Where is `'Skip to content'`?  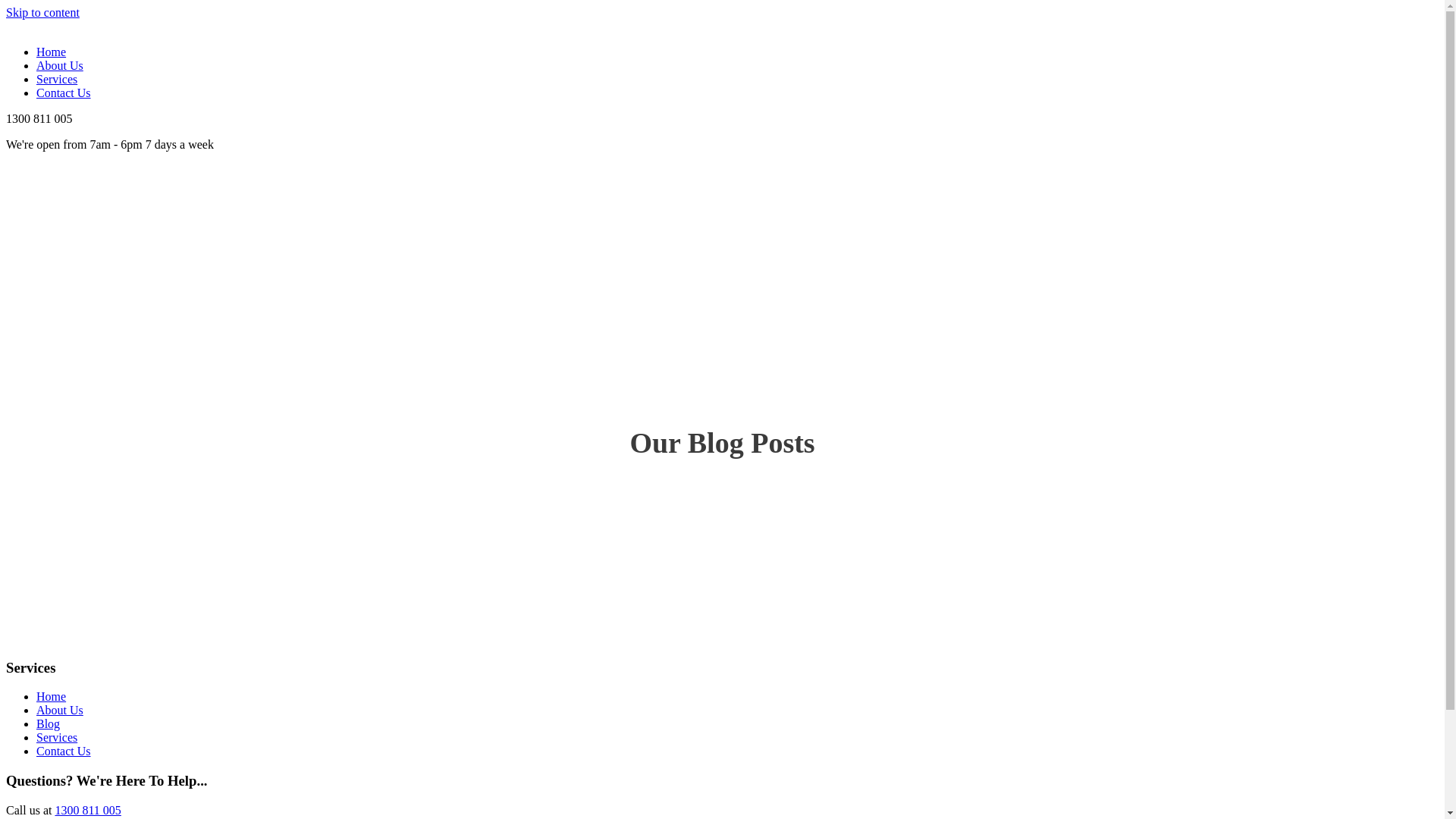
'Skip to content' is located at coordinates (42, 12).